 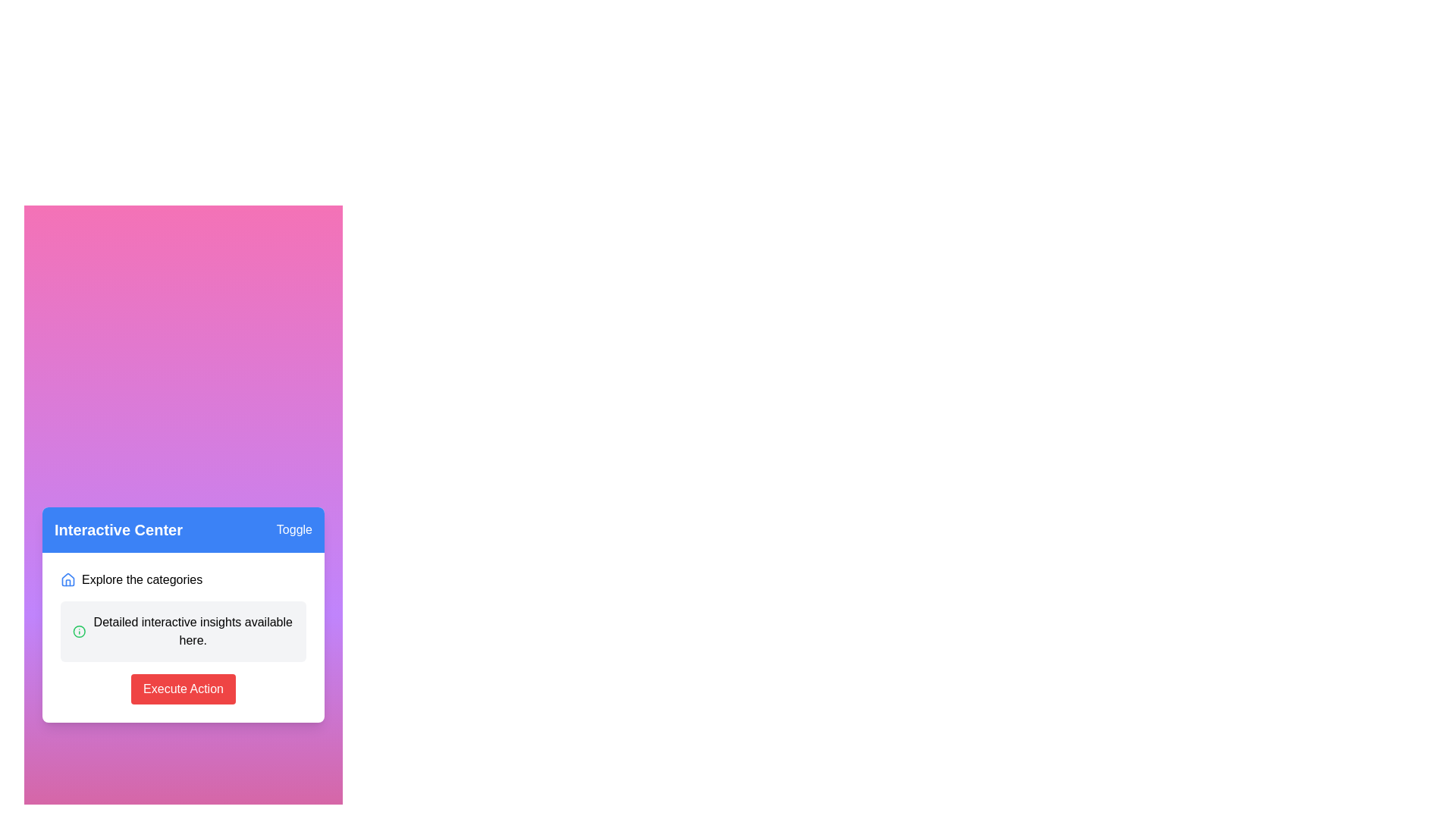 What do you see at coordinates (78, 632) in the screenshot?
I see `the SVG Shape (Circle) which is part of the 'info' icon located to the left of the text 'Detailed interactive insights available here' in the 'Interactive Center' module` at bounding box center [78, 632].